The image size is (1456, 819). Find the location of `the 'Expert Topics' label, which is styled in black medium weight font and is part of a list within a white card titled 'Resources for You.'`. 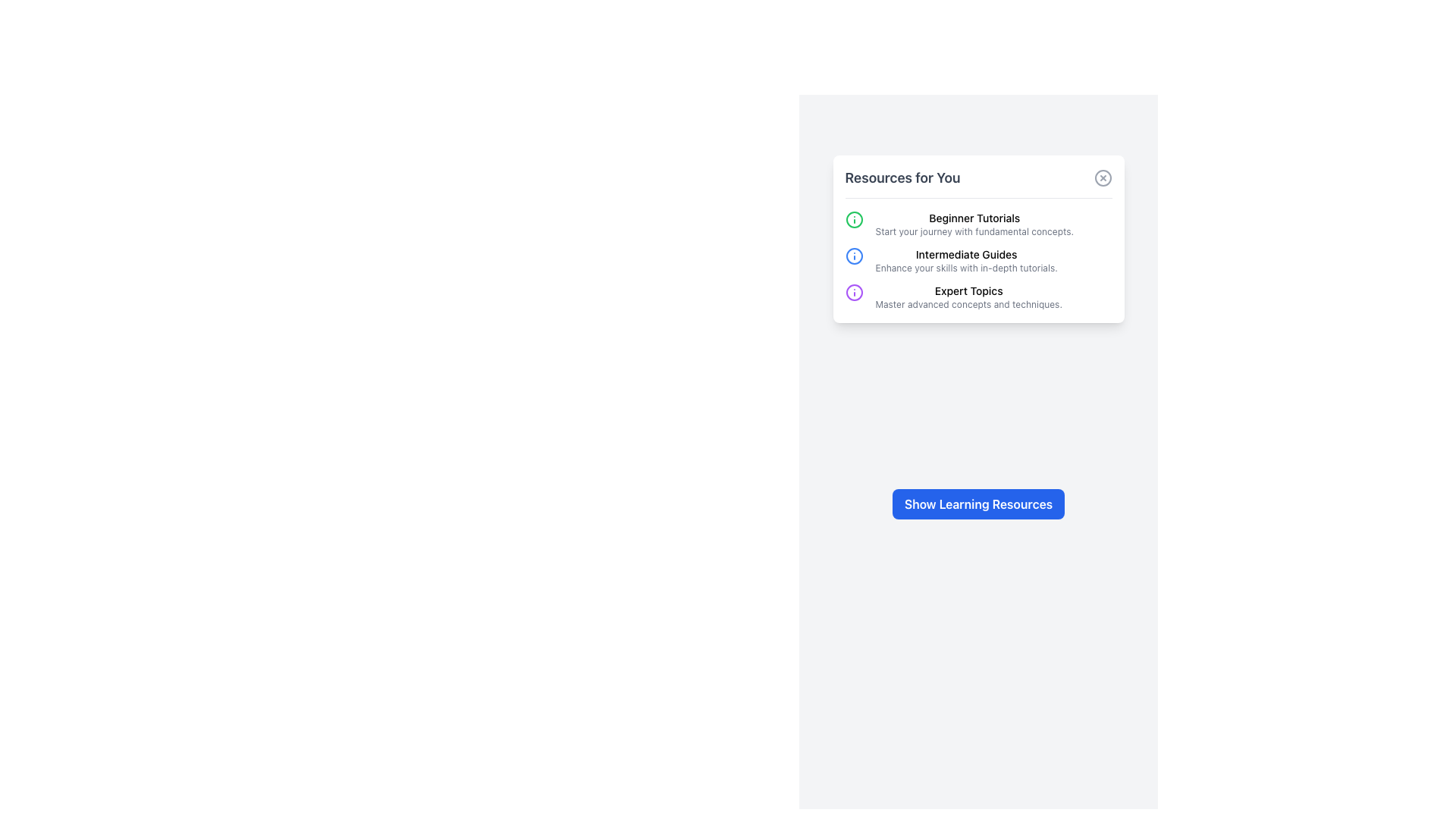

the 'Expert Topics' label, which is styled in black medium weight font and is part of a list within a white card titled 'Resources for You.' is located at coordinates (968, 291).